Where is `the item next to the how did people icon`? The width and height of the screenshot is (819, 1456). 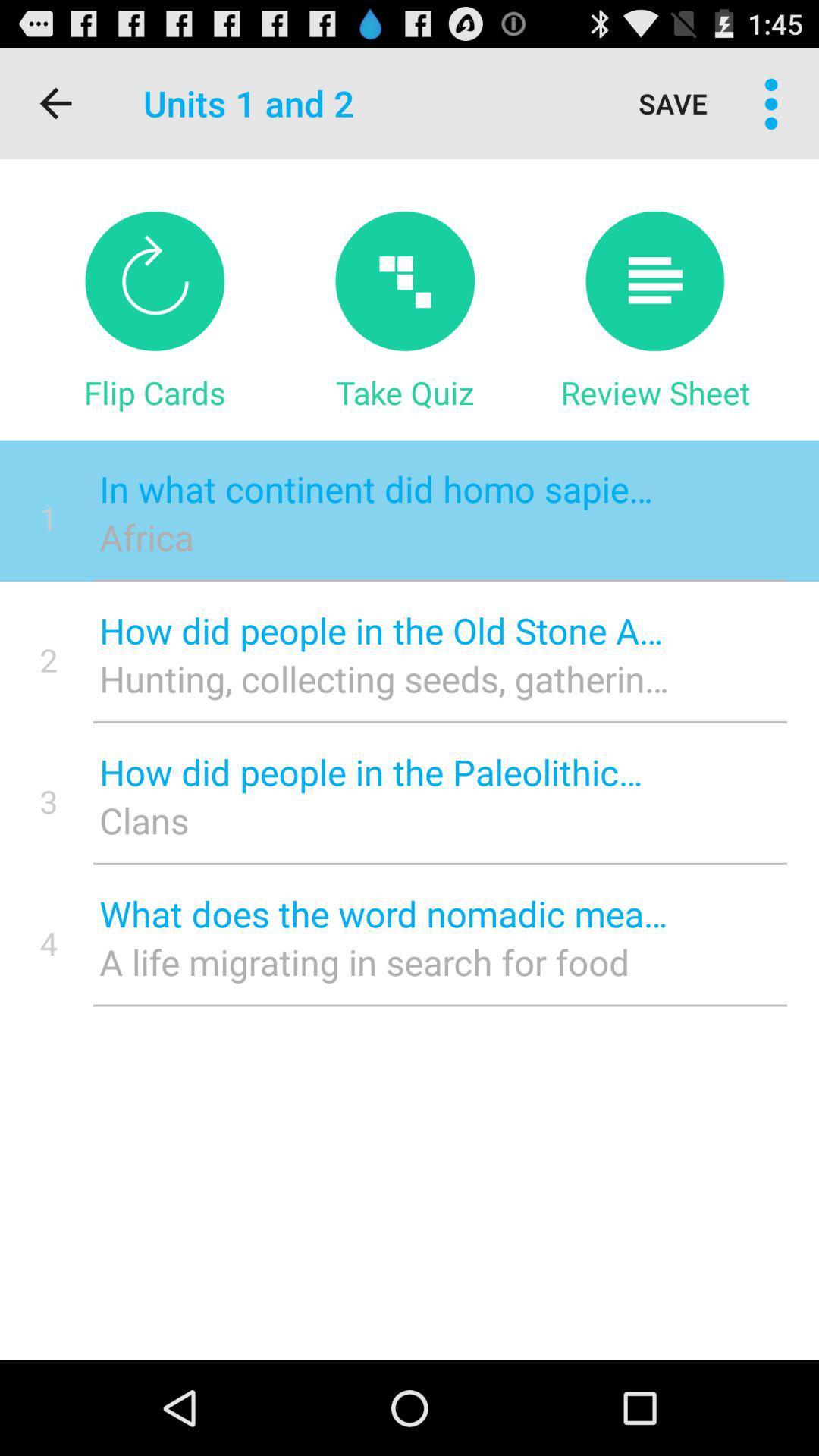 the item next to the how did people icon is located at coordinates (48, 800).